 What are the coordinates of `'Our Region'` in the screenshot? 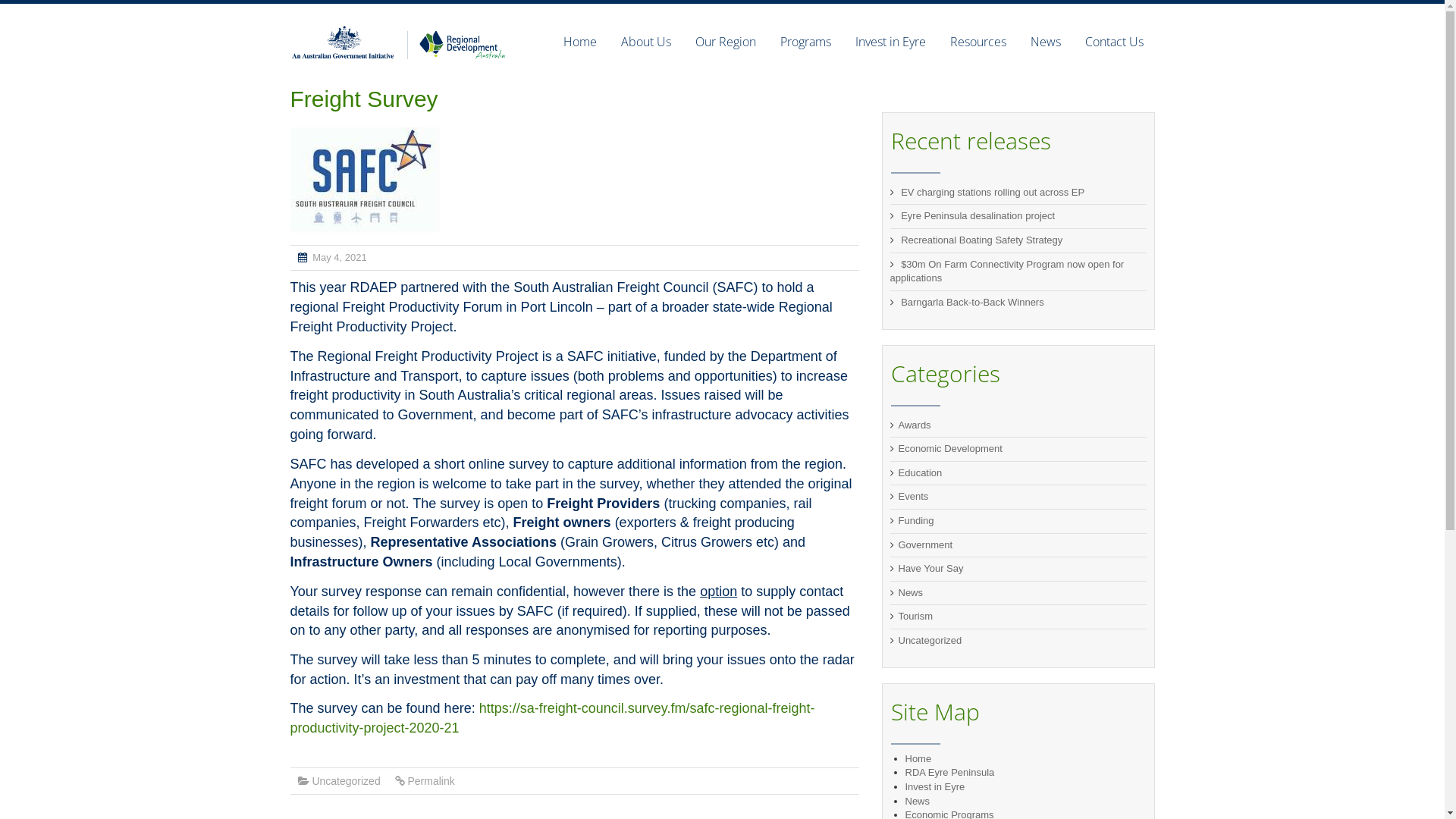 It's located at (682, 40).